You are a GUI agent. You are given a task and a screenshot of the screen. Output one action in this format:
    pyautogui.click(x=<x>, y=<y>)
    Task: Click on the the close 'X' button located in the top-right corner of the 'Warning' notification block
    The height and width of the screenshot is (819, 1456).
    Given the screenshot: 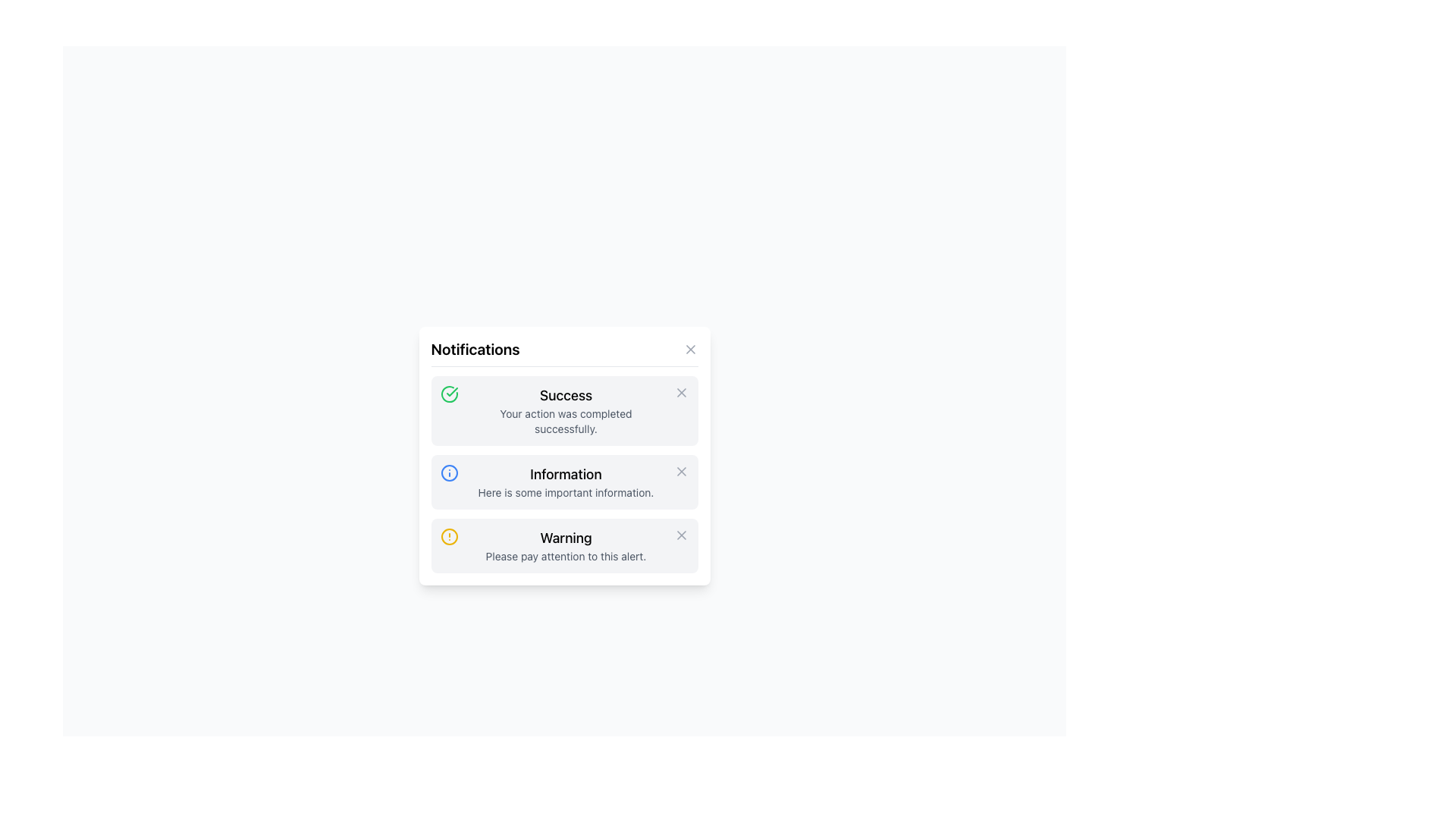 What is the action you would take?
    pyautogui.click(x=680, y=534)
    